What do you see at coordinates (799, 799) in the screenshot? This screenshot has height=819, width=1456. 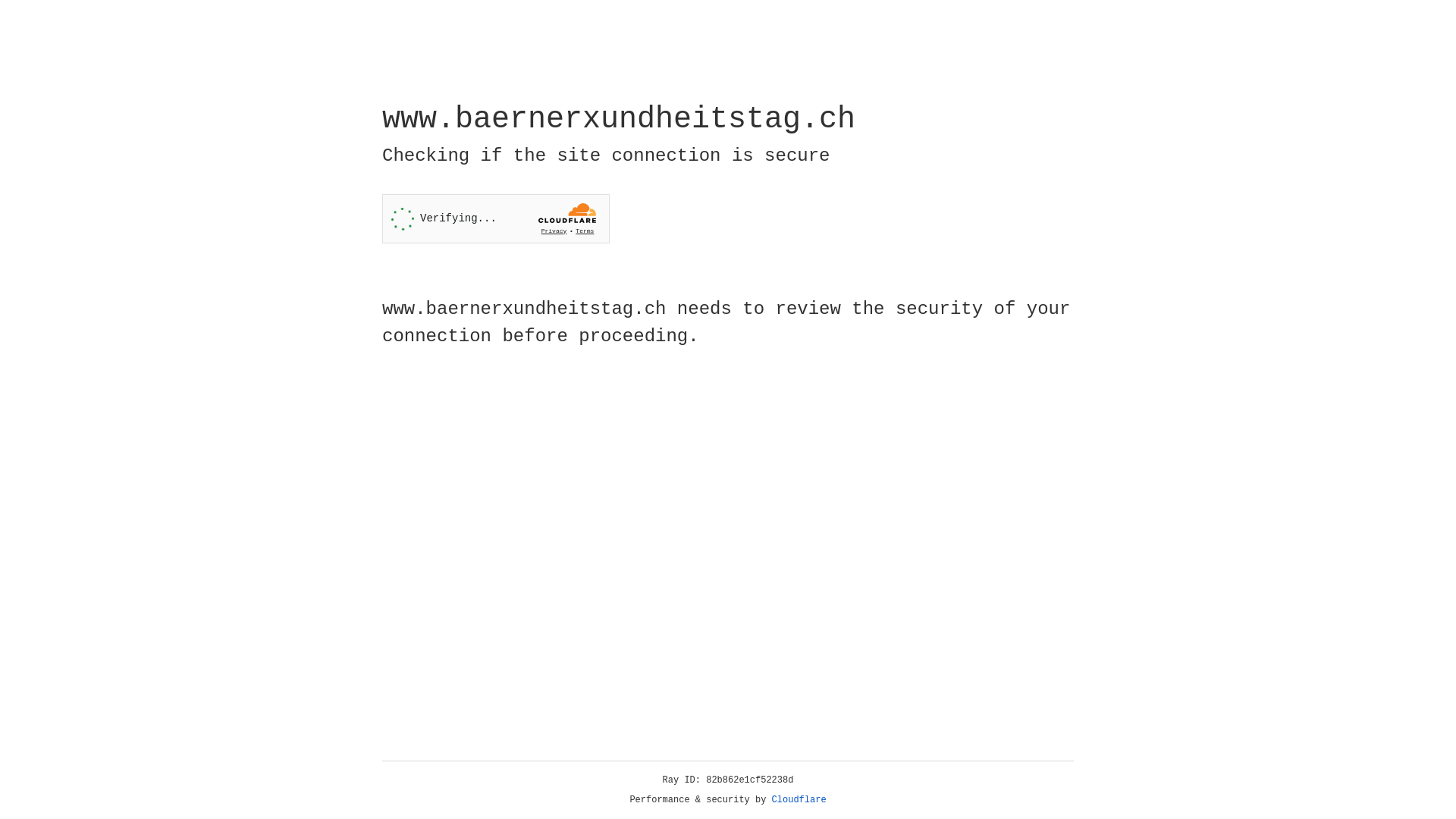 I see `'Cloudflare'` at bounding box center [799, 799].